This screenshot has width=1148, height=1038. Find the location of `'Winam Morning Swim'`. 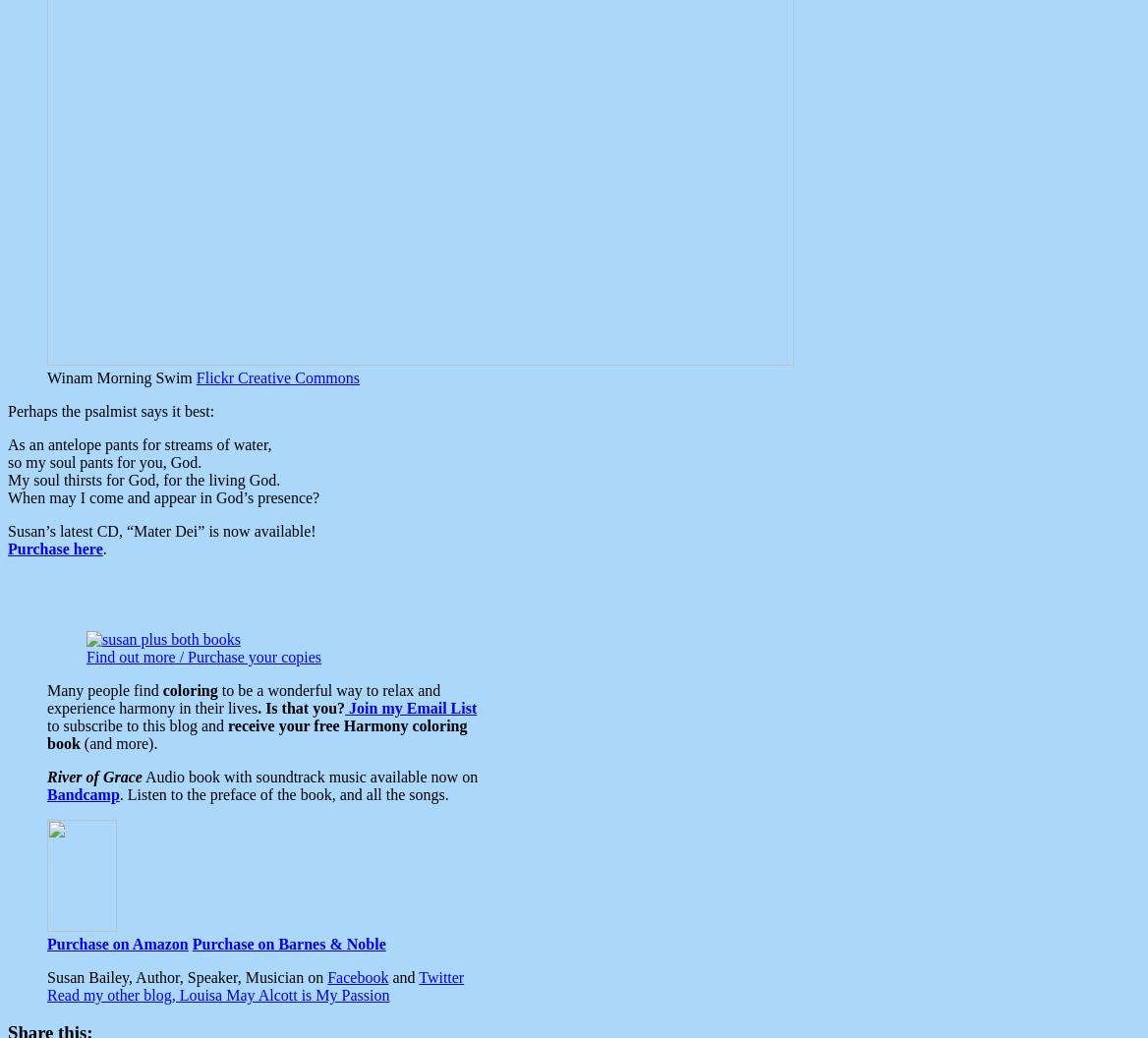

'Winam Morning Swim' is located at coordinates (120, 375).